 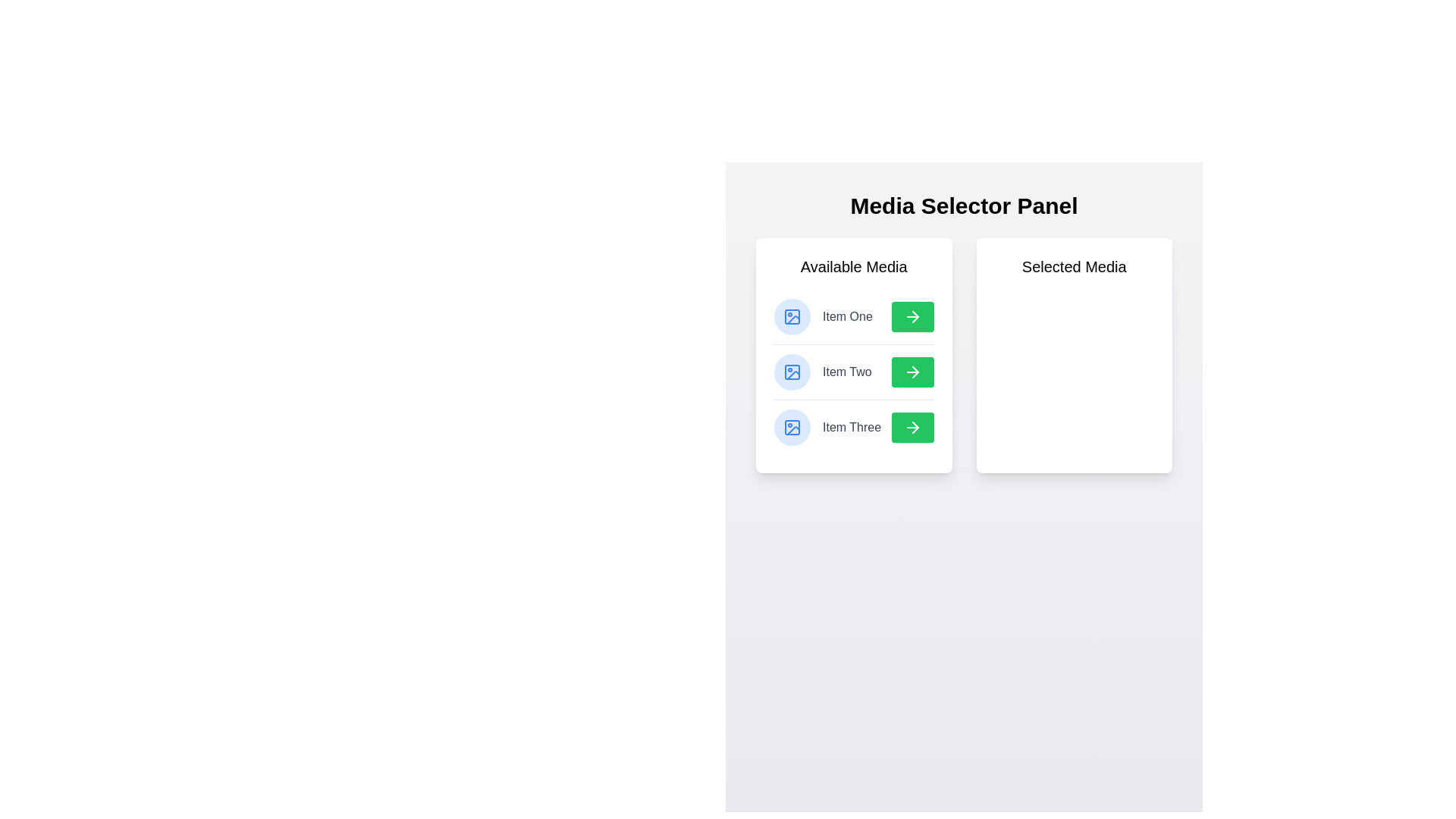 What do you see at coordinates (792, 372) in the screenshot?
I see `the icon styled with a blue outline resembling a small image or picture placeholder, located in the second row of the left column under 'Available Media'` at bounding box center [792, 372].